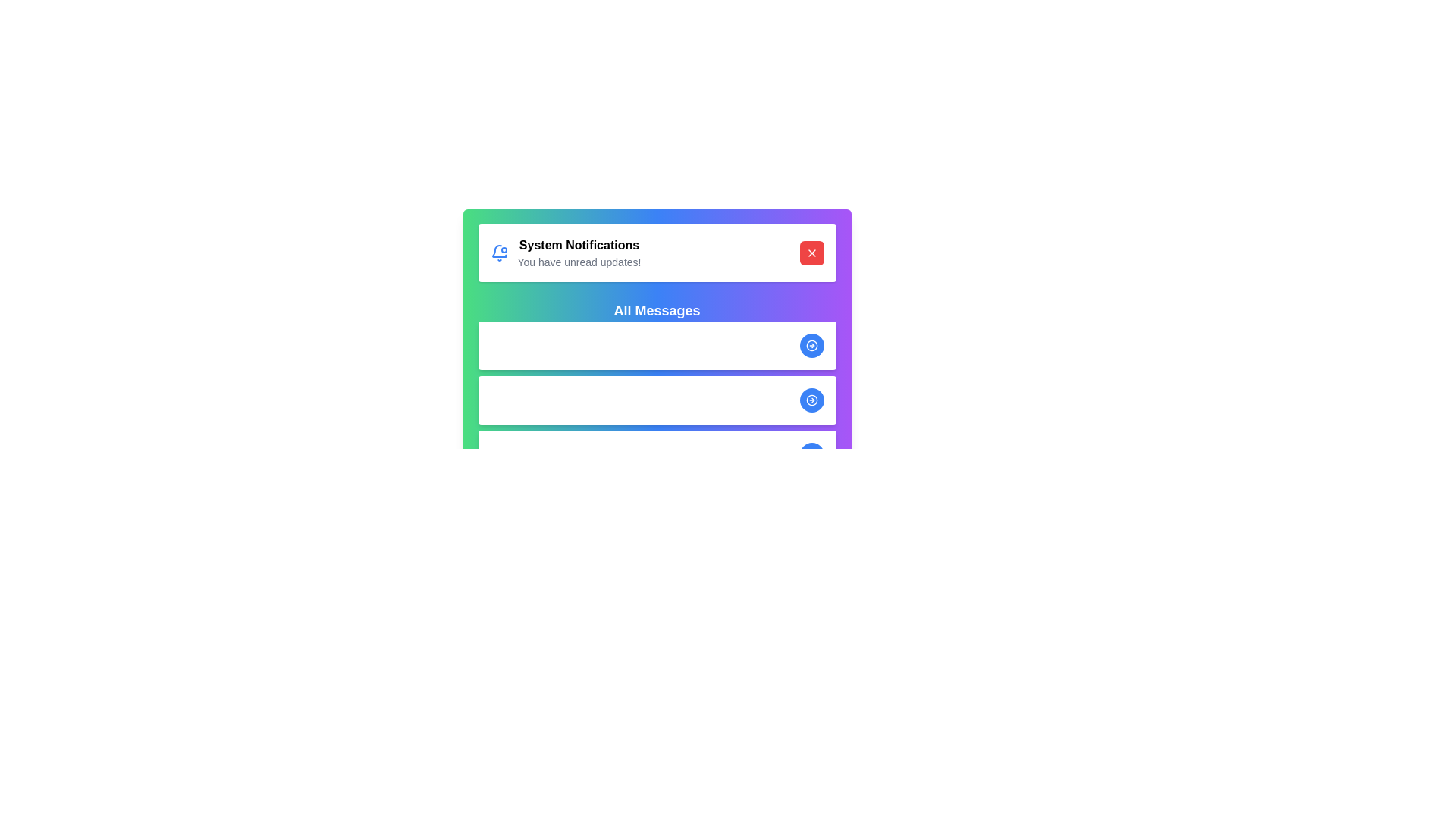 The image size is (1456, 819). Describe the element at coordinates (657, 309) in the screenshot. I see `the 'All Messages' section to expand and view all messages` at that location.